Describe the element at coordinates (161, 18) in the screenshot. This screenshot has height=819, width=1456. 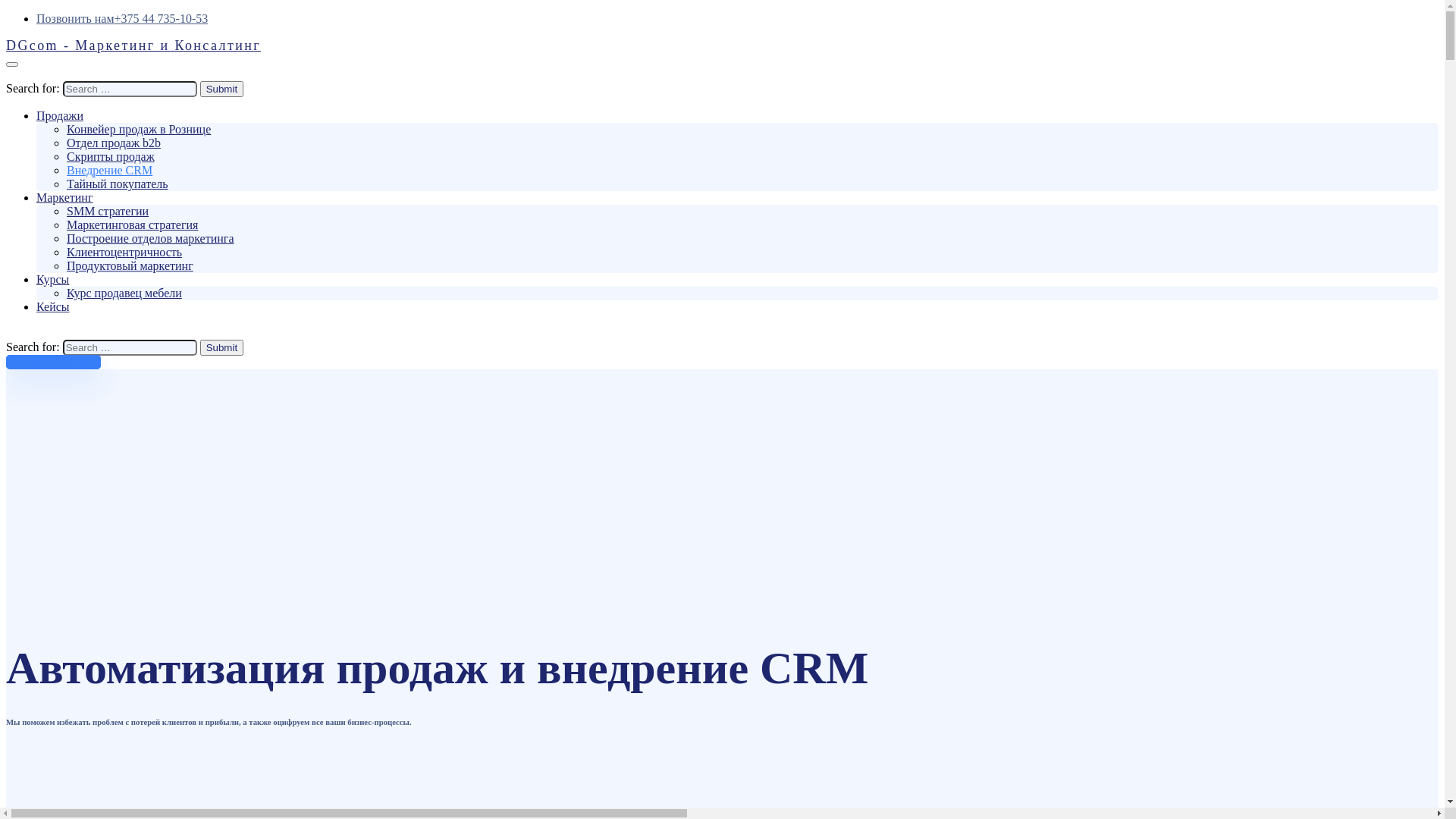
I see `'+375 44 735-10-53'` at that location.